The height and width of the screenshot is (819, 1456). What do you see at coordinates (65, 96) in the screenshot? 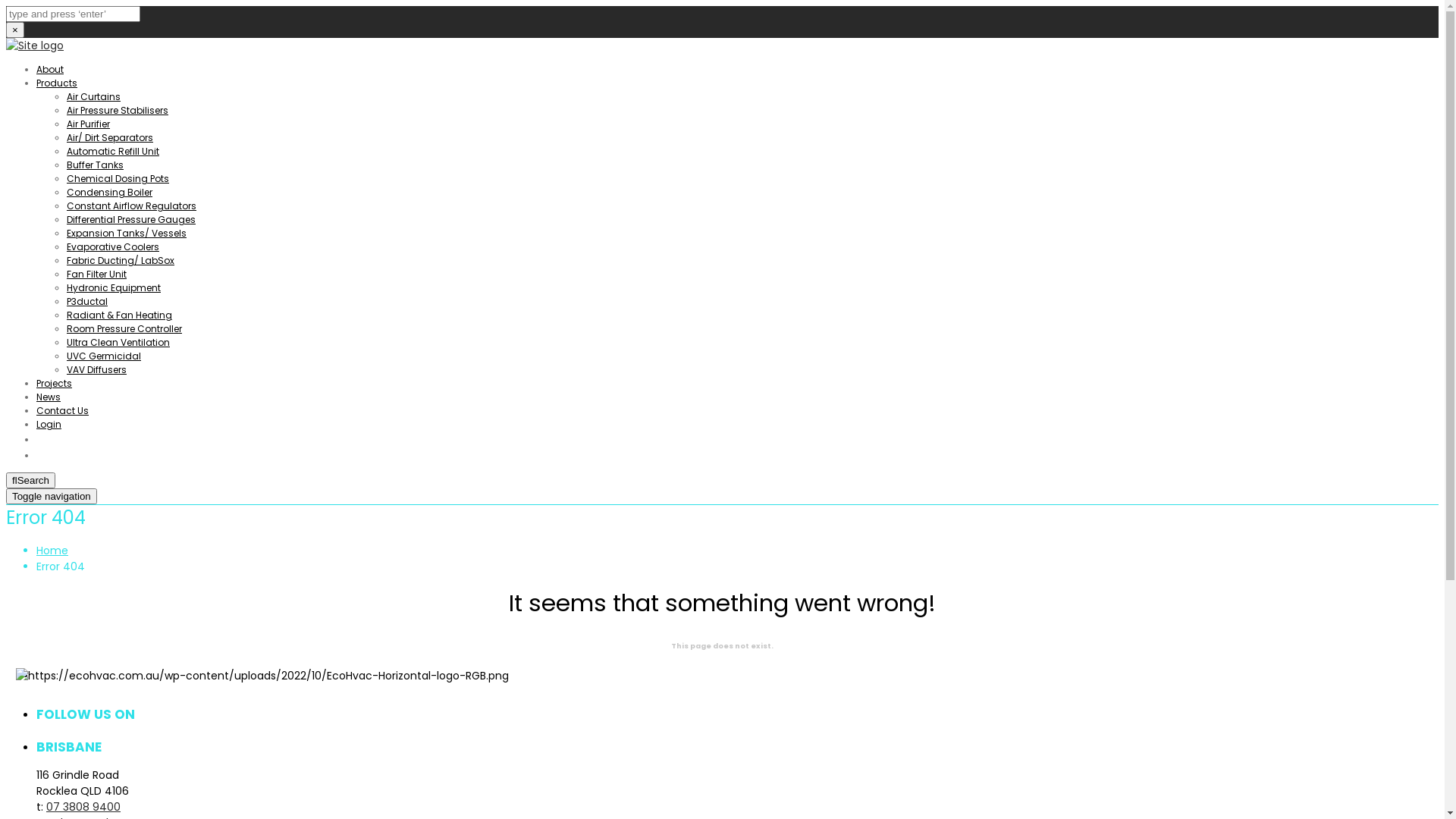
I see `'Air Curtains'` at bounding box center [65, 96].